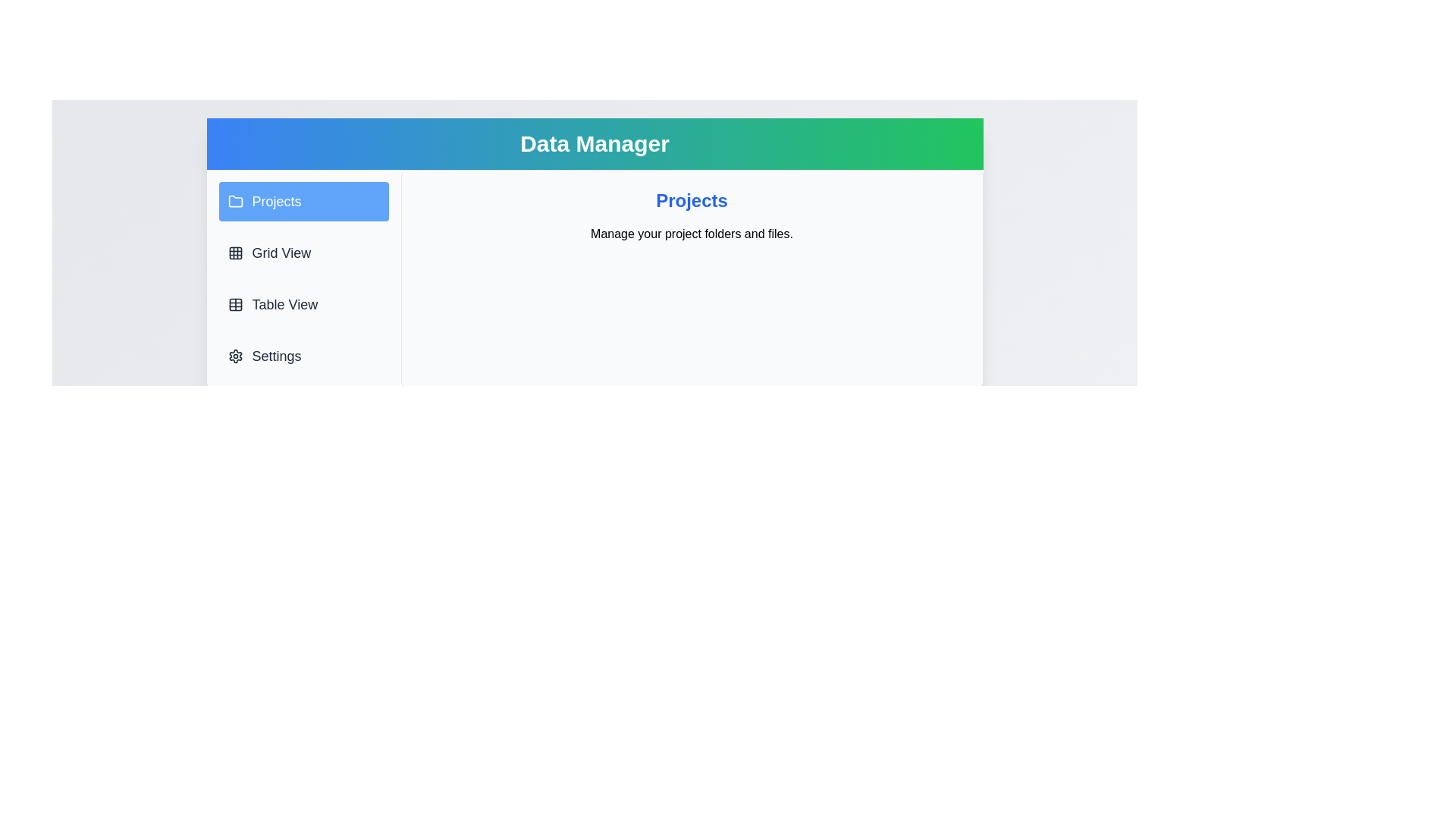  What do you see at coordinates (303, 356) in the screenshot?
I see `the tab labeled Settings` at bounding box center [303, 356].